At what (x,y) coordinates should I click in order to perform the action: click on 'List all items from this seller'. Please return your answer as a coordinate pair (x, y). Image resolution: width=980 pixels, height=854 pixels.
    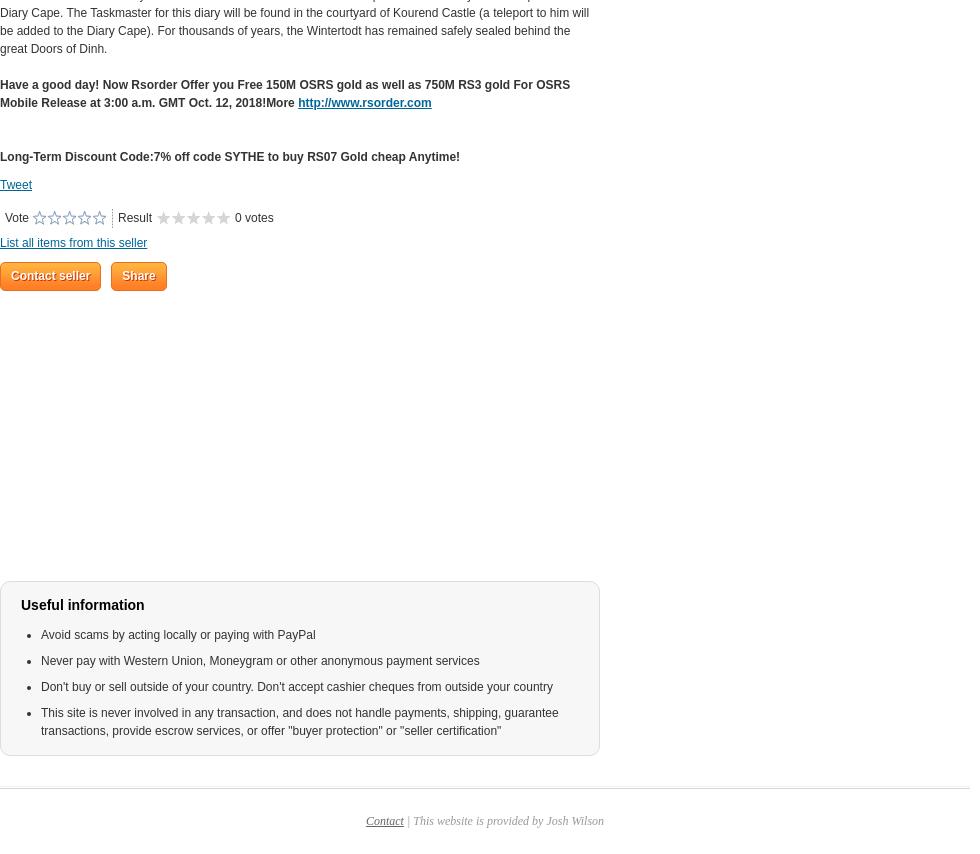
    Looking at the image, I should click on (0, 242).